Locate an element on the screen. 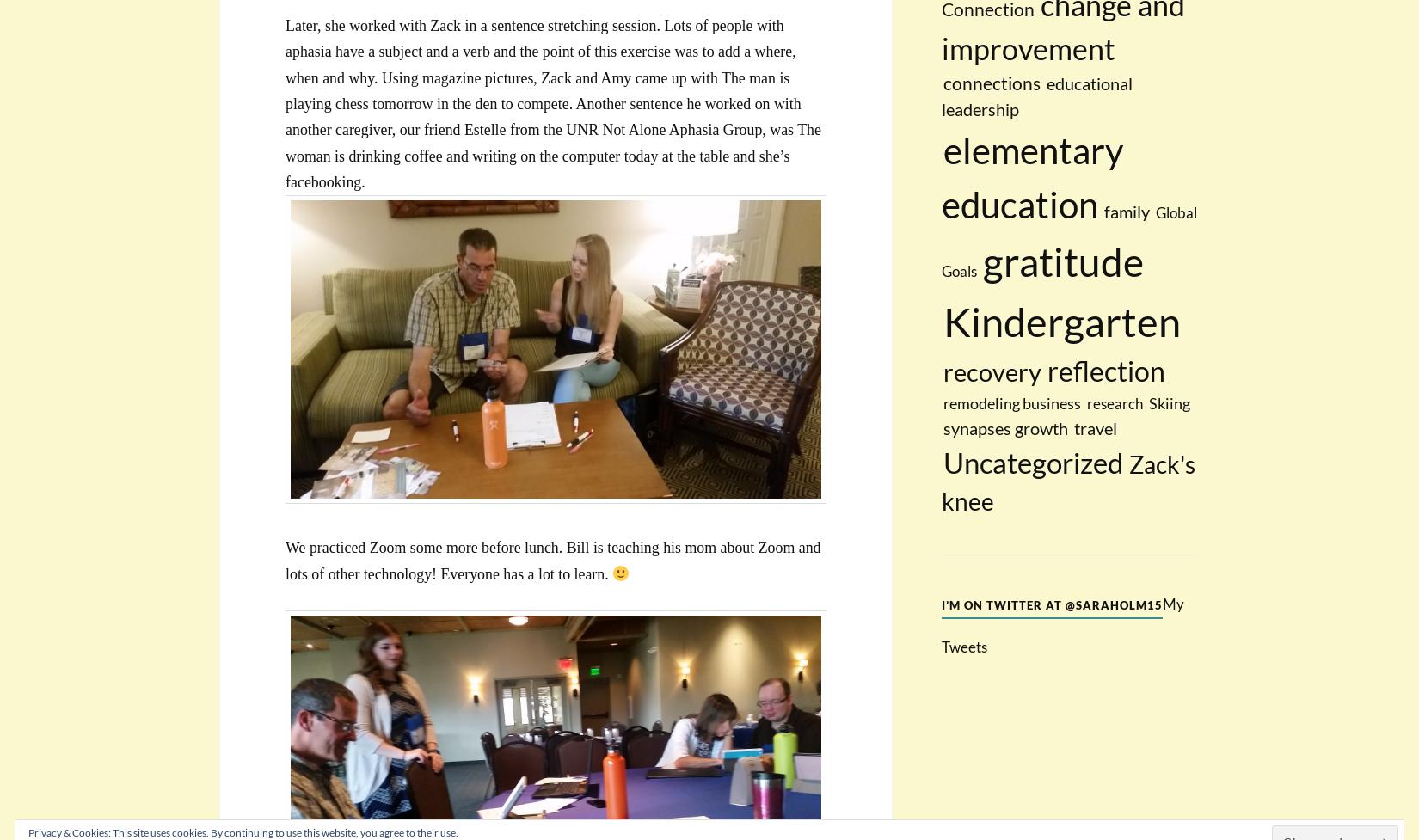  'Later, she worked with Zack in a sentence stretching session. Lots of people with aphasia have a subject and a verb and the point of this exercise was to add a where, when and why. Using magazine pictures, Zack and Amy came up with The man is playing chess tomorrow in the den to compete. Another sentence he worked on with another caregiver, our friend Estelle from the UNR Not Alone Aphasia Group, was The woman is drinking coffee and writing on the computer today at the table and she’s facebooking.' is located at coordinates (552, 102).